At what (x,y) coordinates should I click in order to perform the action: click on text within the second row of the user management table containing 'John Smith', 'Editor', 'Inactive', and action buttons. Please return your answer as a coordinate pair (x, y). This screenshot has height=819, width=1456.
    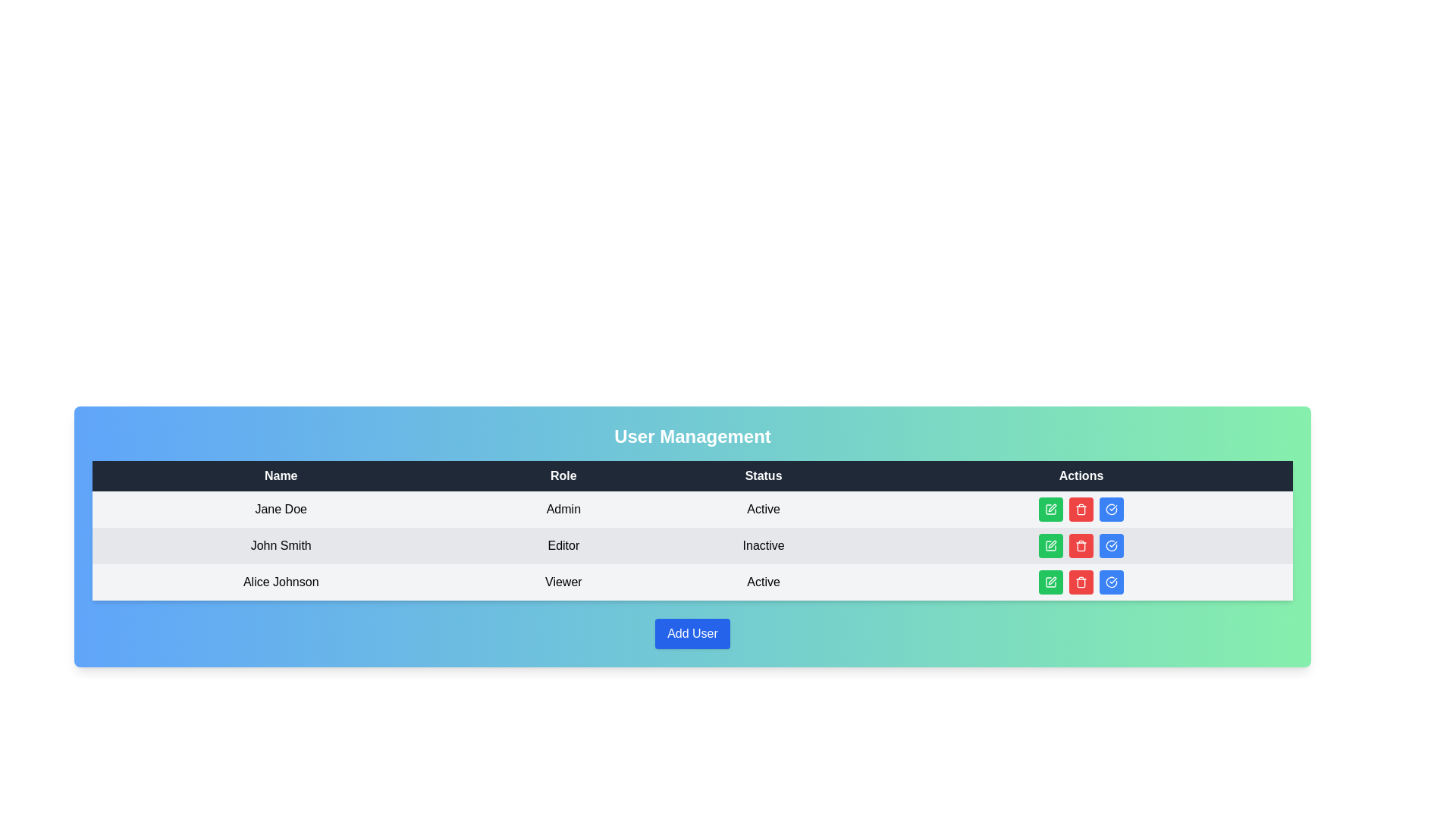
    Looking at the image, I should click on (692, 546).